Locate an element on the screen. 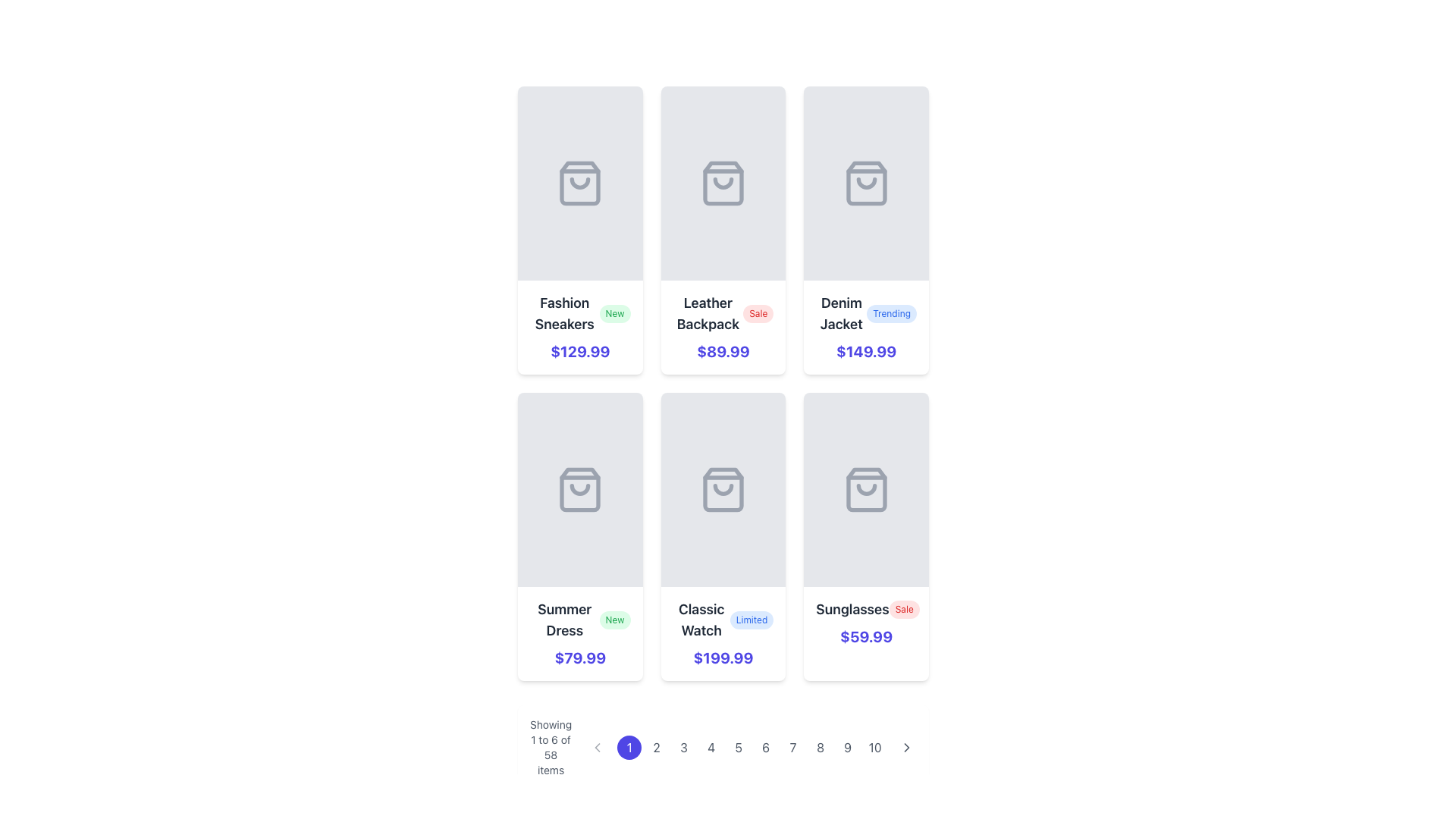  the text label with promotional badge located in the second card of the first row to trigger a tooltip or highlight is located at coordinates (723, 312).